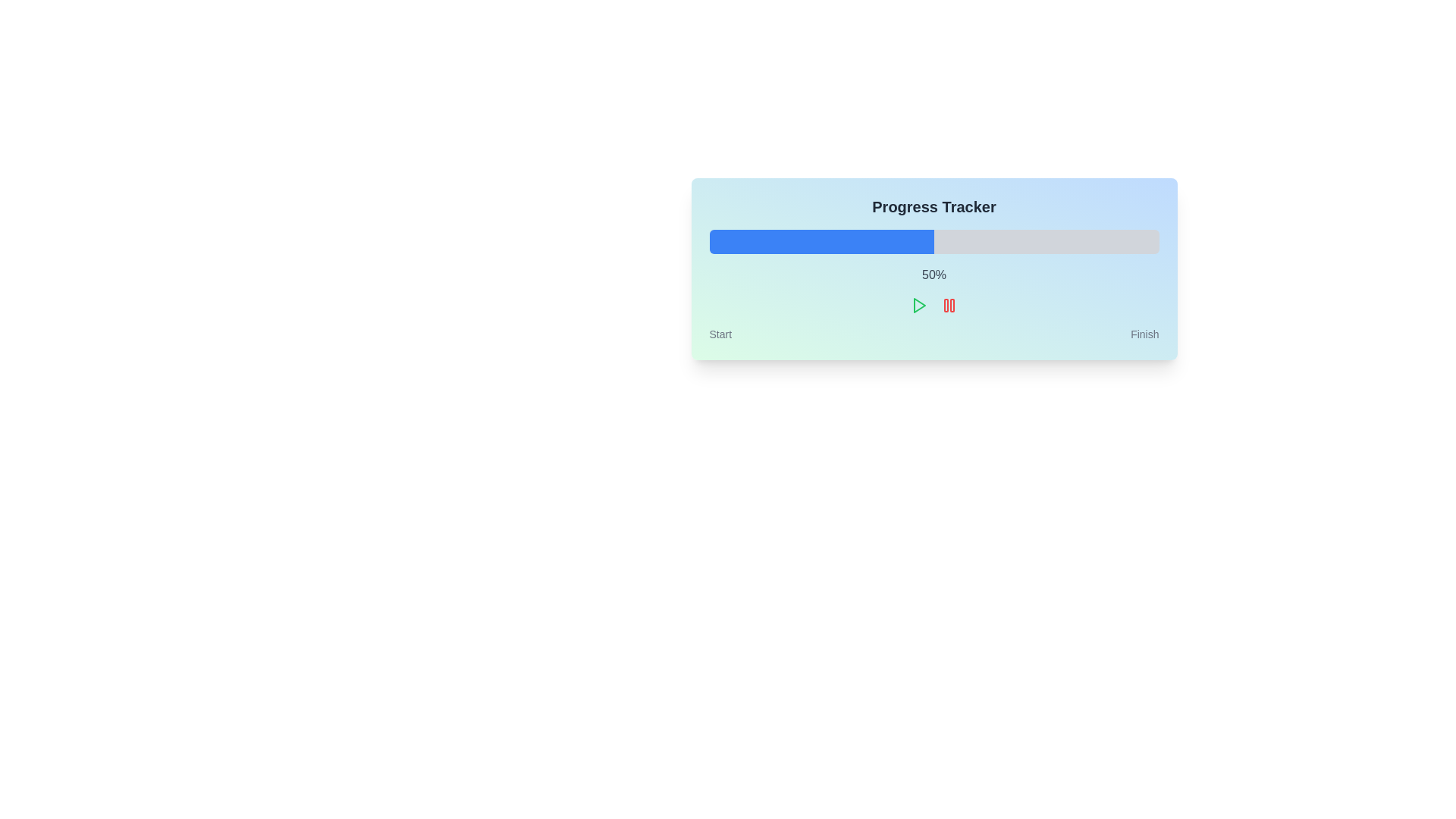 The height and width of the screenshot is (819, 1456). What do you see at coordinates (919, 305) in the screenshot?
I see `the green play icon shaped as a right-pointing triangle located within the progress tracker interface` at bounding box center [919, 305].